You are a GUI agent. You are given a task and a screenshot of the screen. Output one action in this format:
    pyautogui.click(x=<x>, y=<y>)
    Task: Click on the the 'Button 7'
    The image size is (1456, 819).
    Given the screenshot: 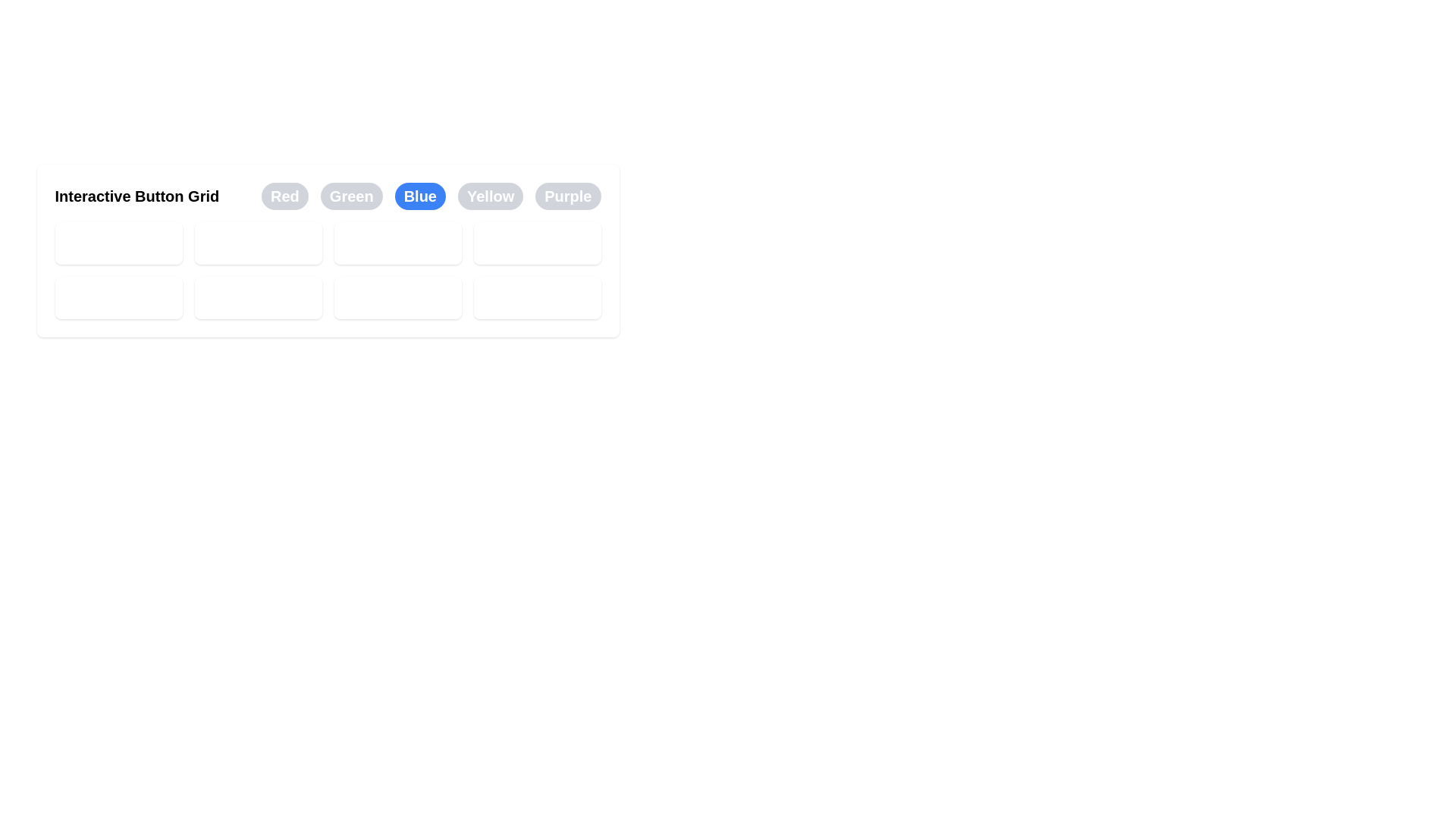 What is the action you would take?
    pyautogui.click(x=397, y=298)
    